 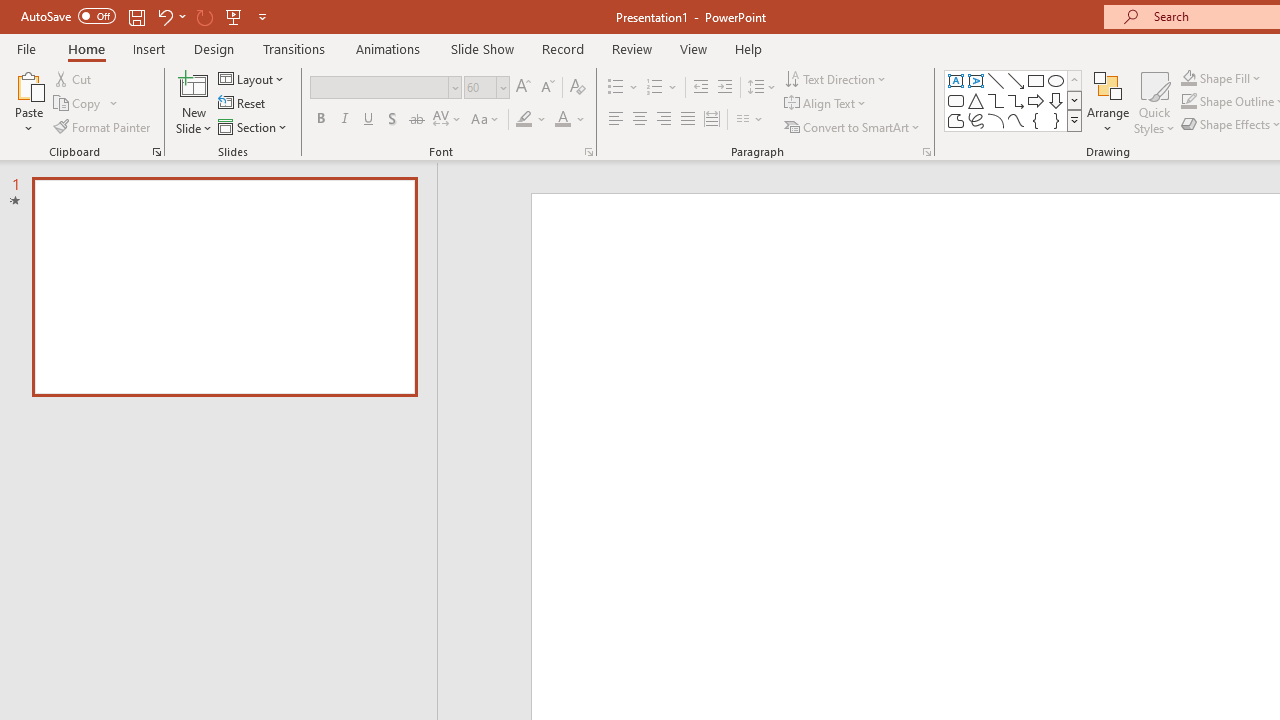 I want to click on 'Line Arrow', so click(x=1016, y=80).